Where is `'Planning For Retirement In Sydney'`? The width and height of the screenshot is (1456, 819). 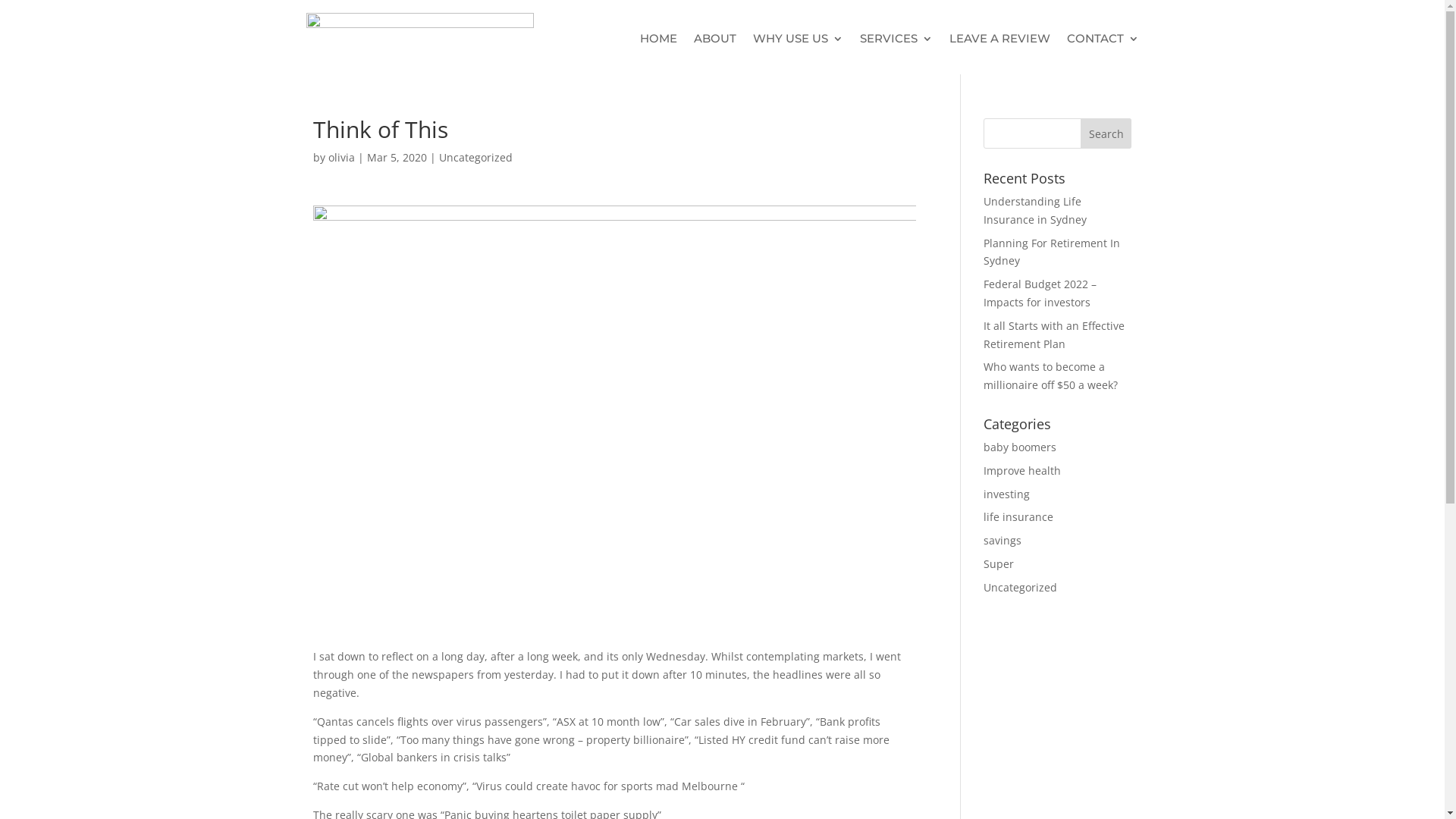 'Planning For Retirement In Sydney' is located at coordinates (1051, 251).